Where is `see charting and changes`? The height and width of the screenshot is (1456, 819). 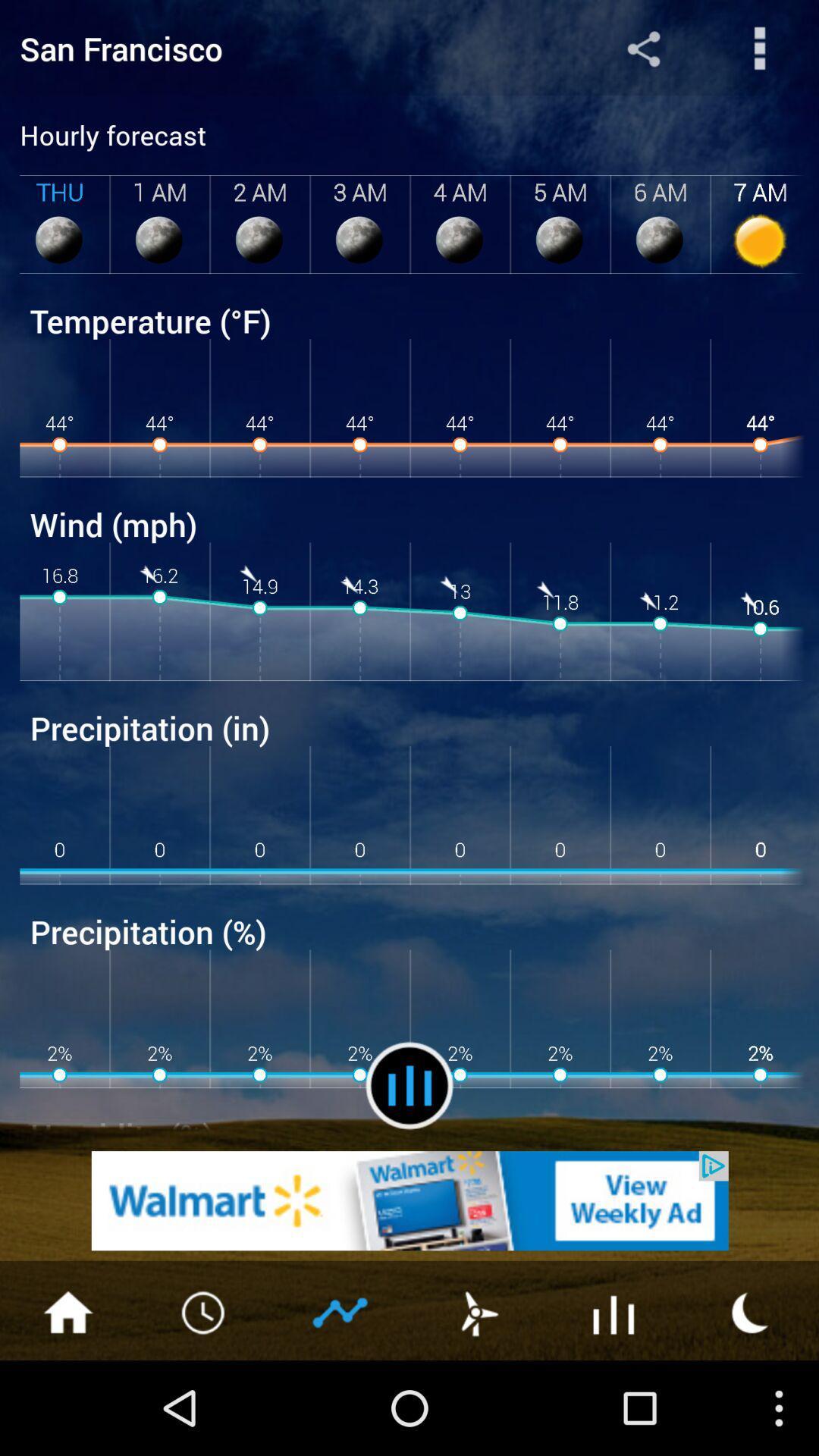
see charting and changes is located at coordinates (341, 1310).